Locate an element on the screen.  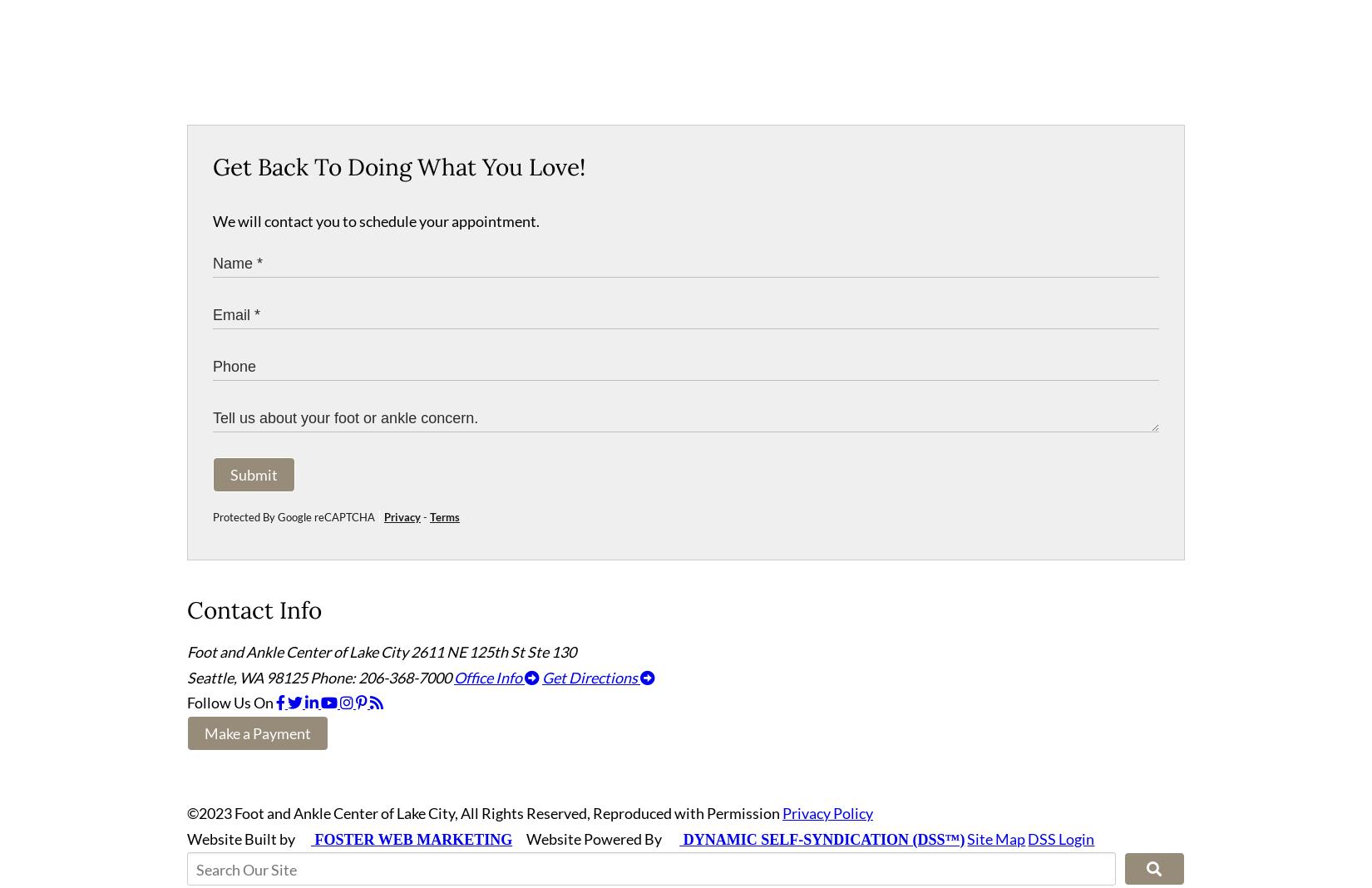
'98125' is located at coordinates (287, 683).